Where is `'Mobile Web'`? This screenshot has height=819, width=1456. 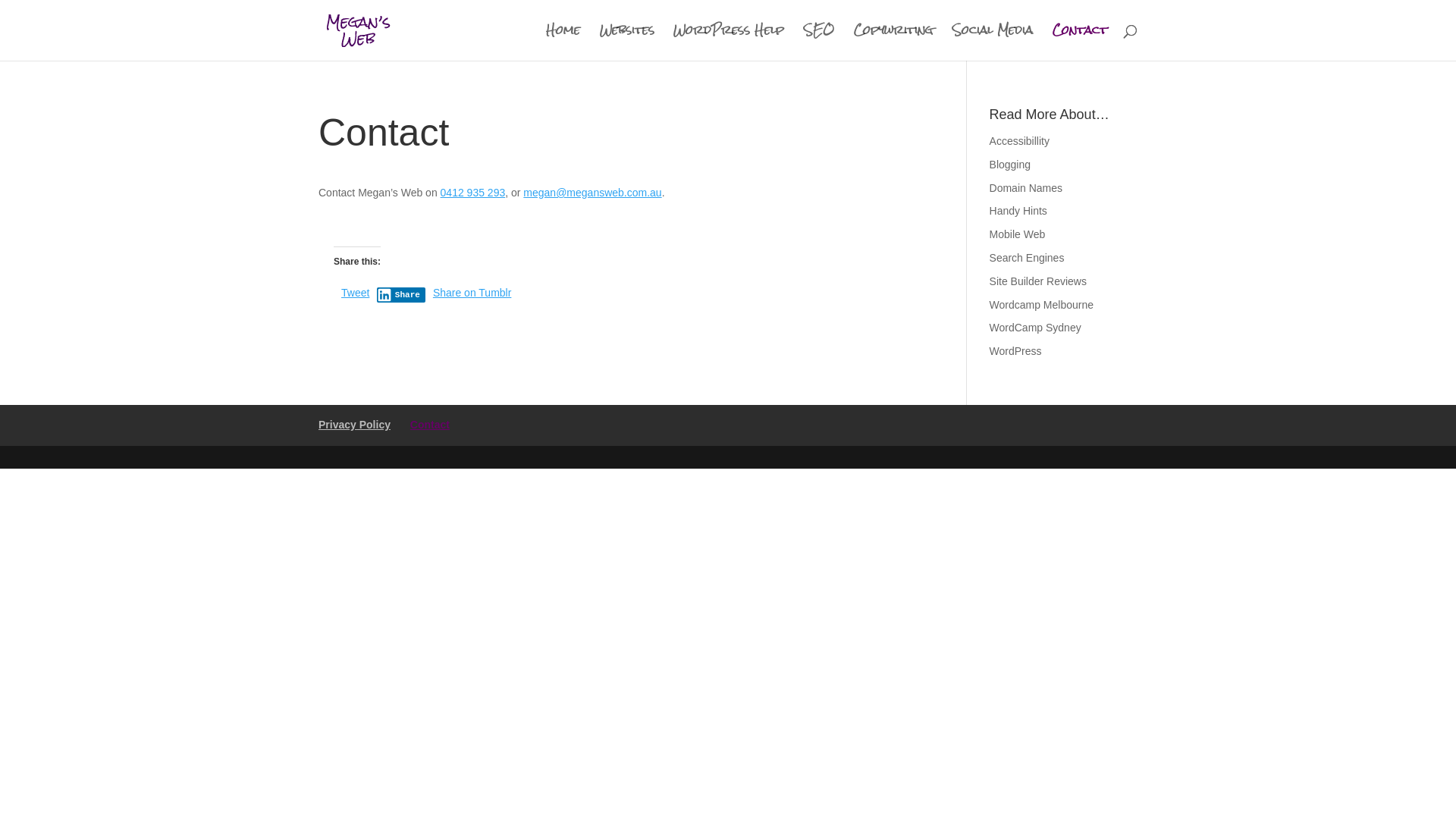
'Mobile Web' is located at coordinates (1018, 234).